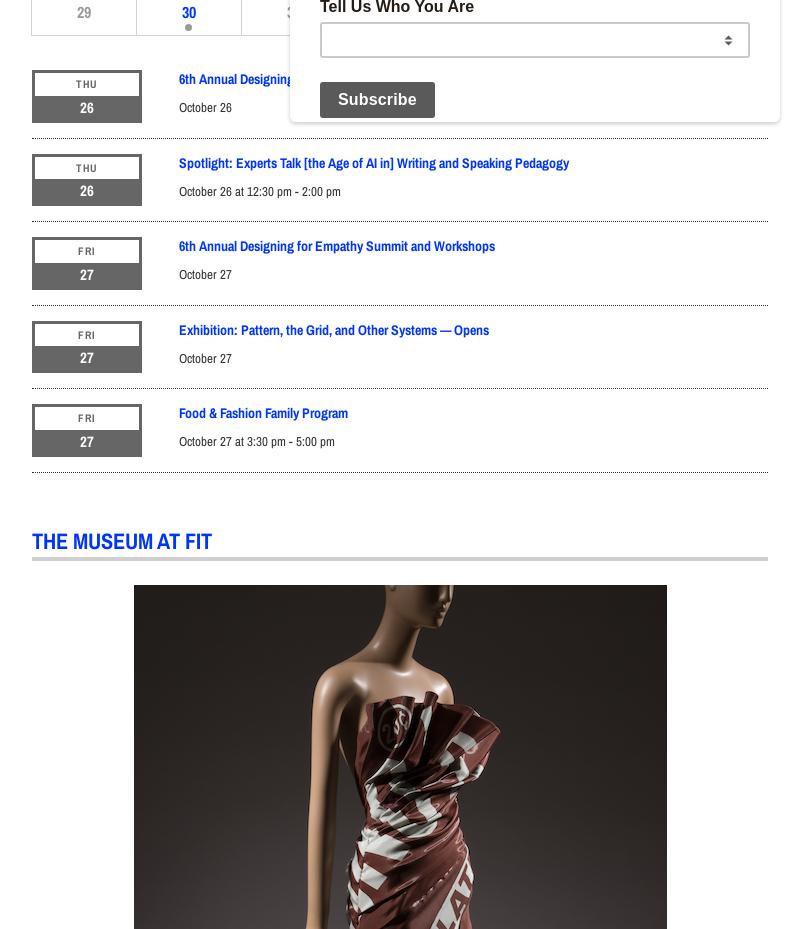 This screenshot has width=800, height=929. Describe the element at coordinates (334, 328) in the screenshot. I see `'Exhibition: Pattern, the Grid, and Other Systems — Opens'` at that location.